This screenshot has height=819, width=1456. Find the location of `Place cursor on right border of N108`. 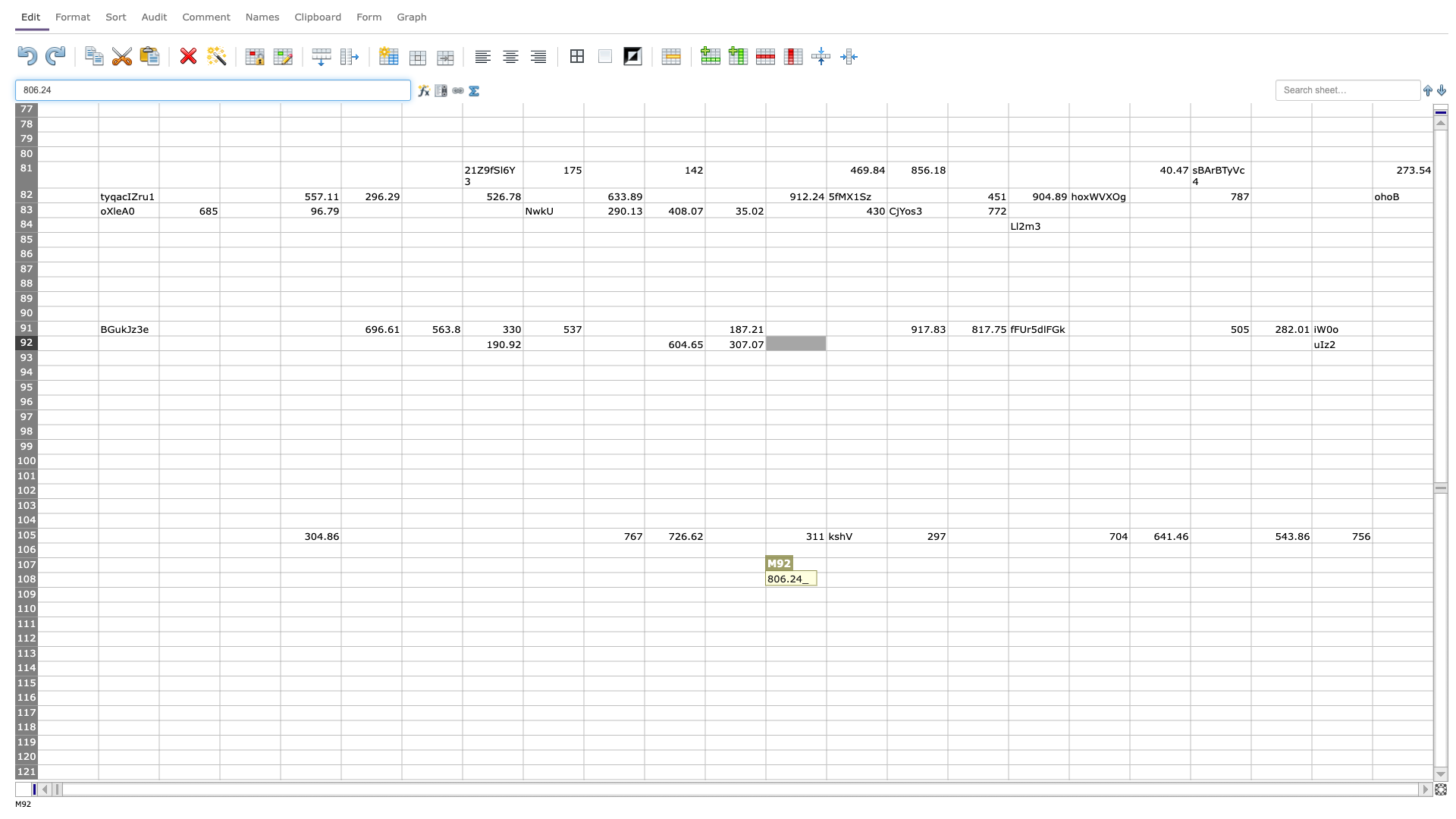

Place cursor on right border of N108 is located at coordinates (887, 579).